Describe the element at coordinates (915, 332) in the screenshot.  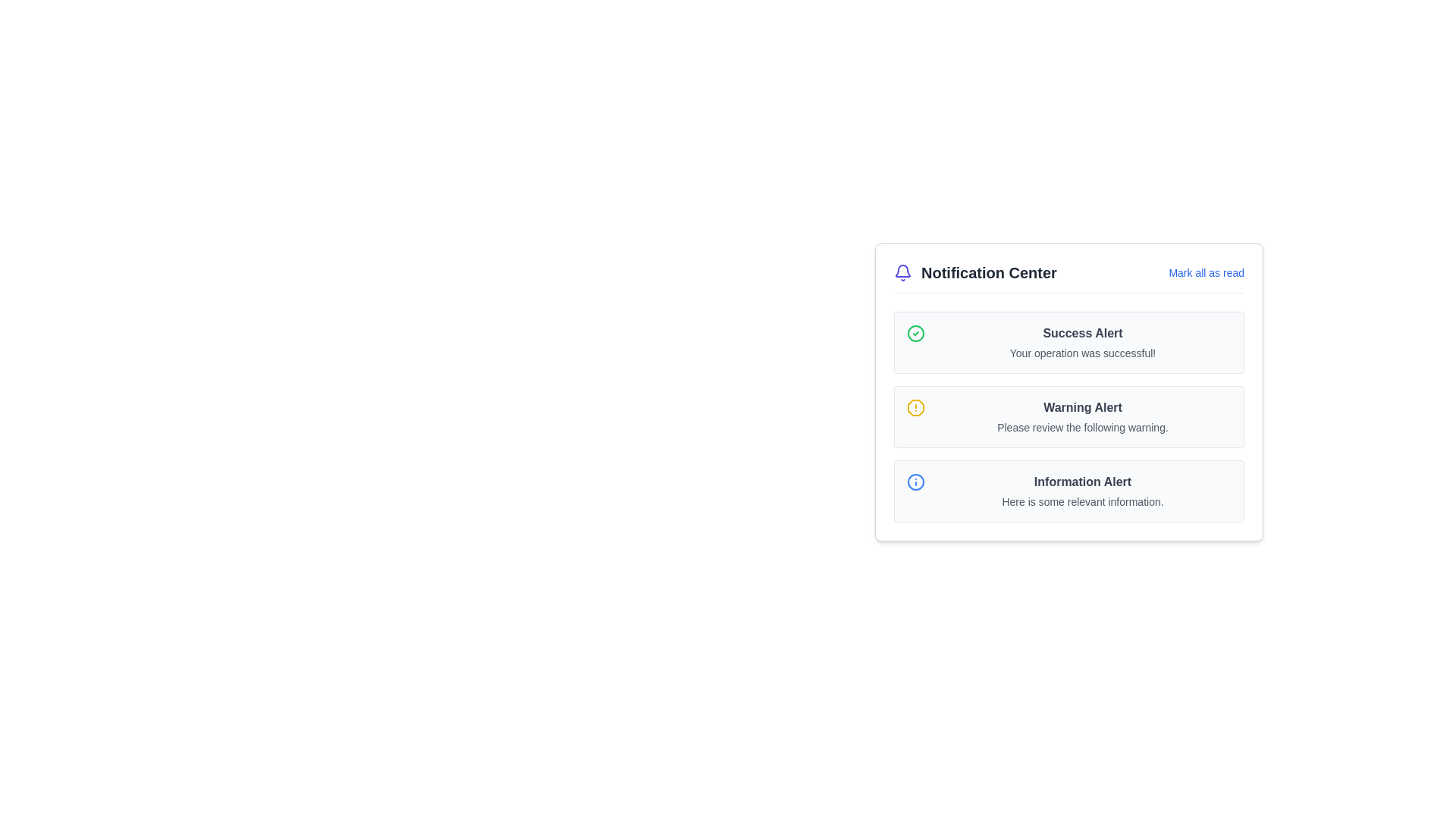
I see `the green circular icon with a checkmark that signifies success, located to the left of the 'Success Alert' text in the first notification box` at that location.